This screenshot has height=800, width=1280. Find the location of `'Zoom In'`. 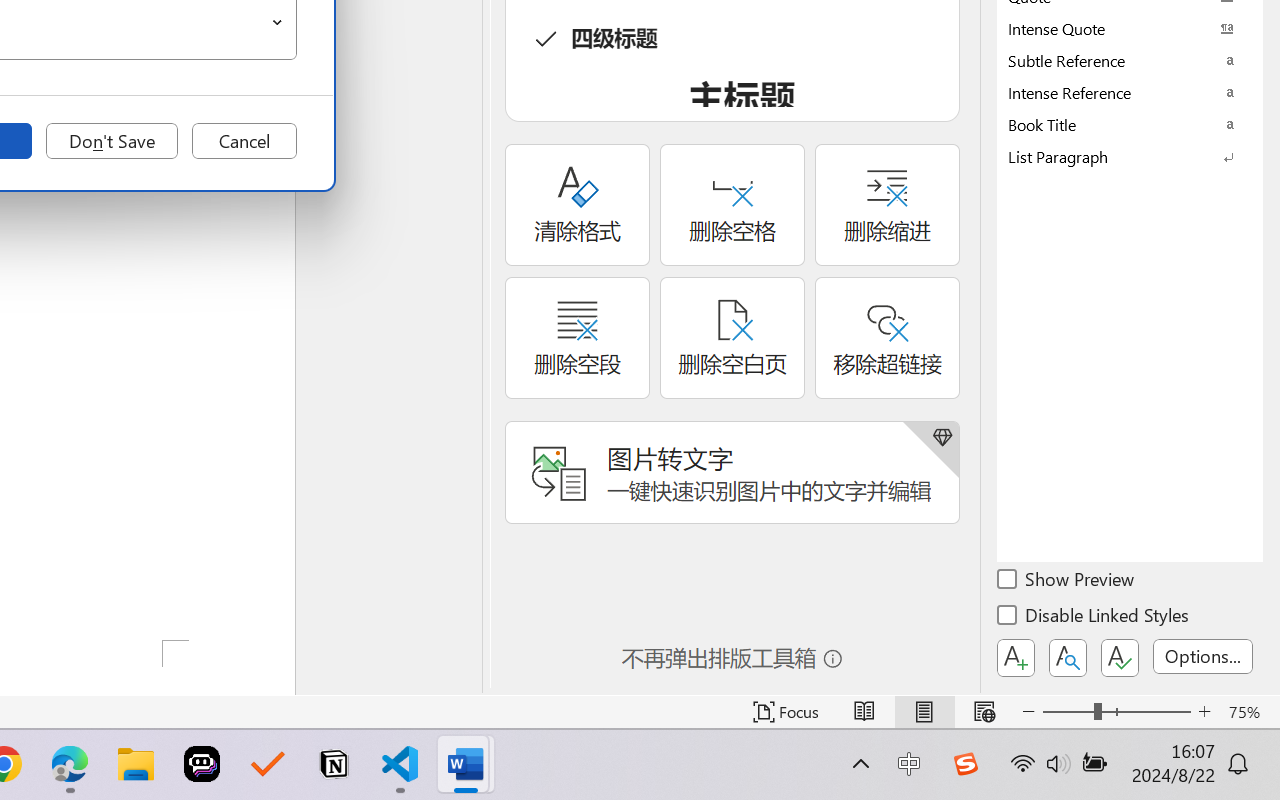

'Zoom In' is located at coordinates (1204, 711).